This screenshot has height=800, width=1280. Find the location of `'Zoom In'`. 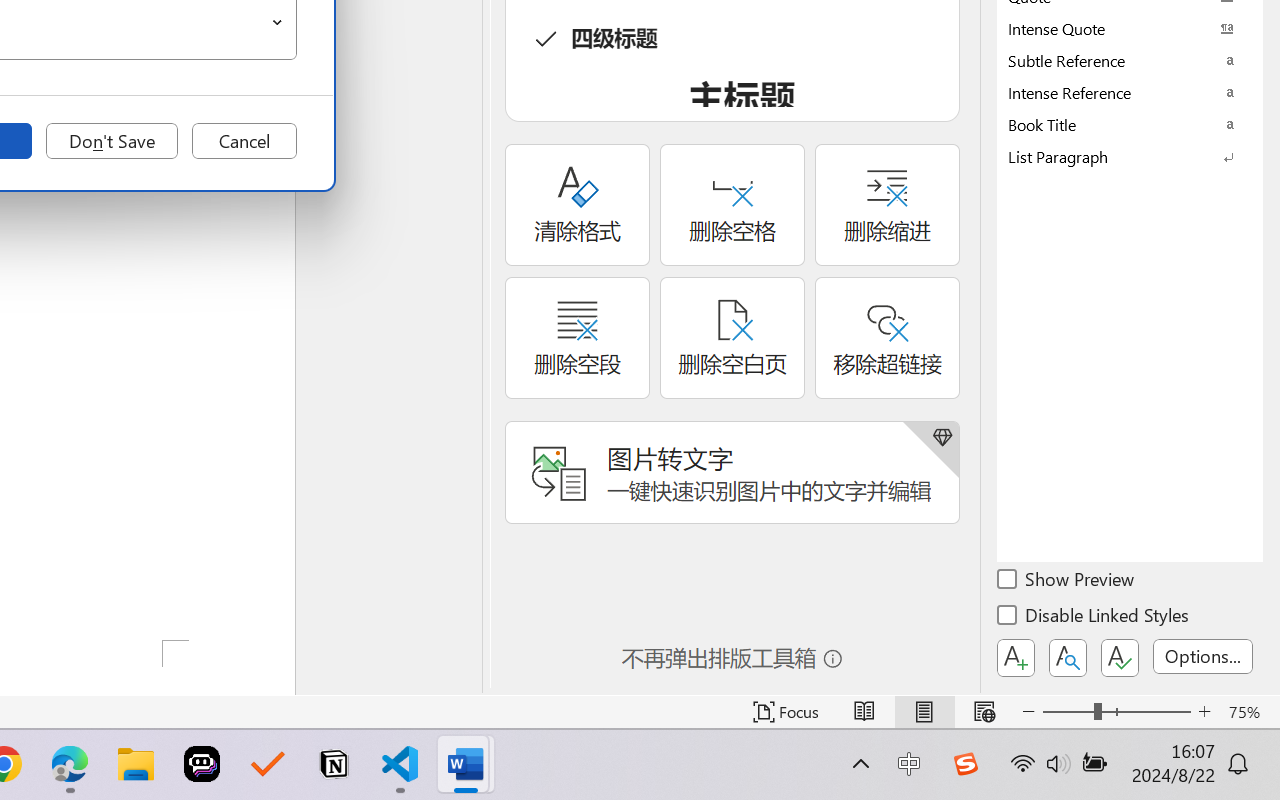

'Zoom In' is located at coordinates (1204, 711).